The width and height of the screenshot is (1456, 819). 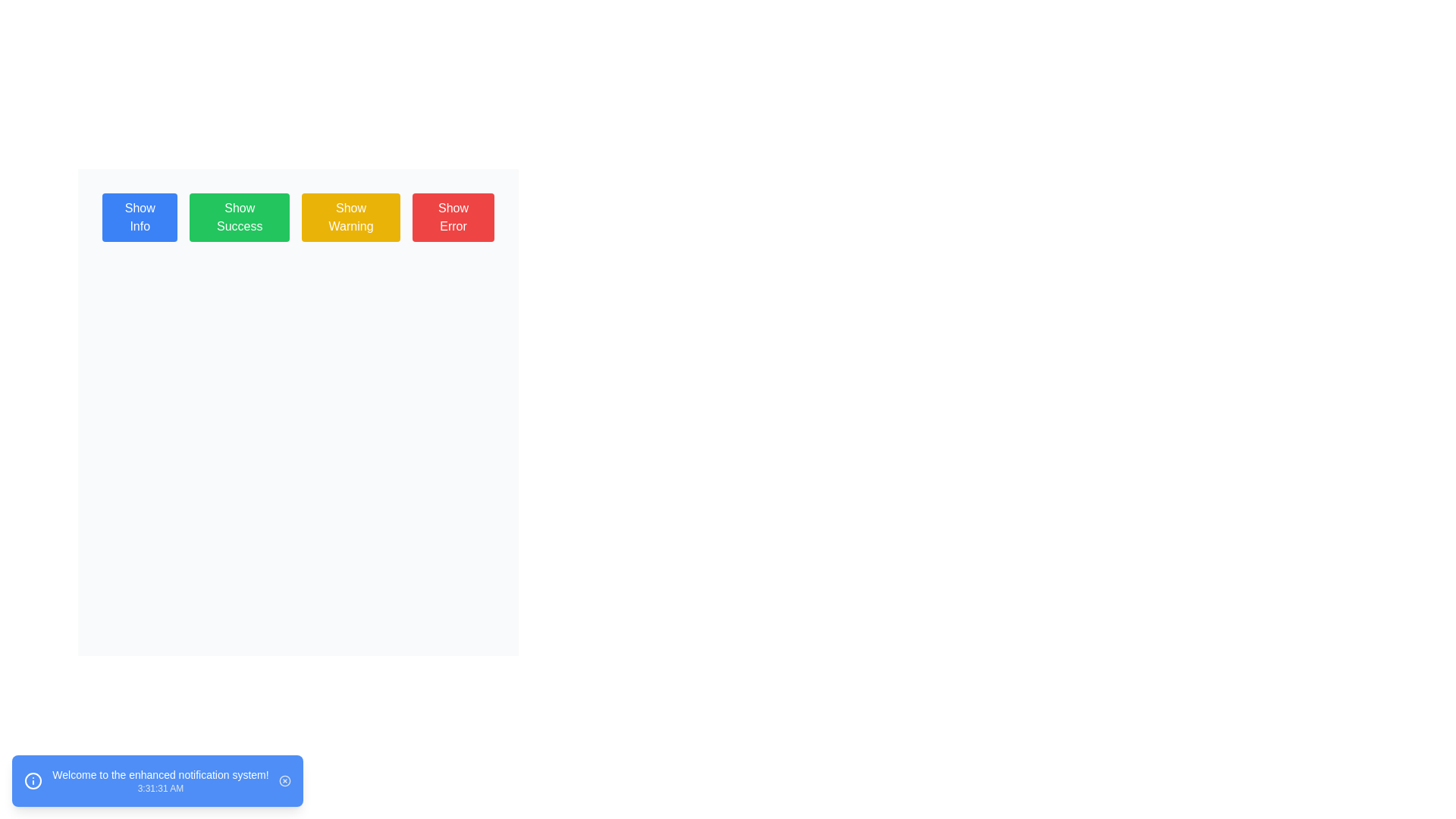 What do you see at coordinates (284, 780) in the screenshot?
I see `the close button in the far-right corner of the blue rounded rectangle notification component` at bounding box center [284, 780].